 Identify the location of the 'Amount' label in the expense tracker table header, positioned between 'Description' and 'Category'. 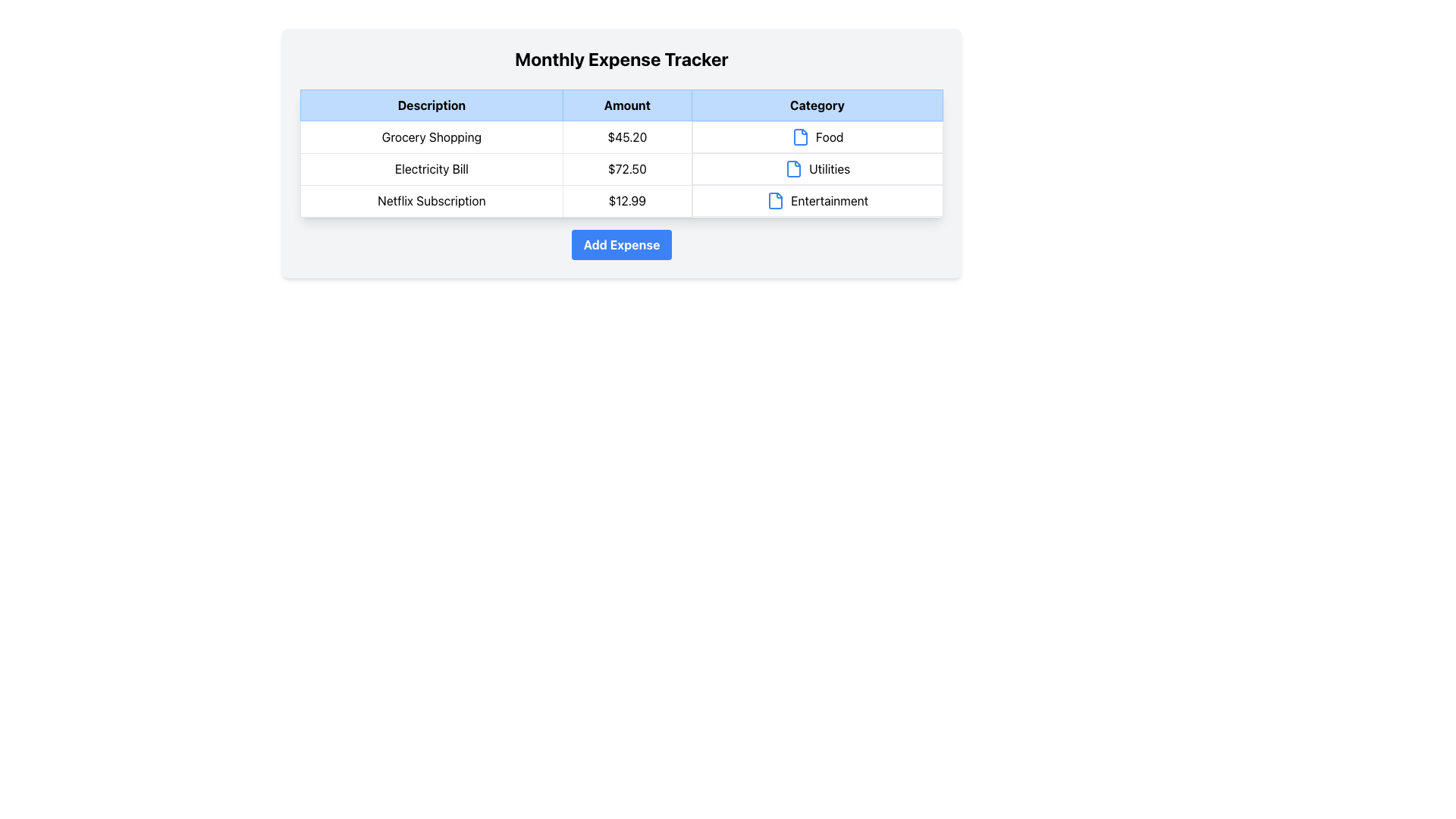
(627, 104).